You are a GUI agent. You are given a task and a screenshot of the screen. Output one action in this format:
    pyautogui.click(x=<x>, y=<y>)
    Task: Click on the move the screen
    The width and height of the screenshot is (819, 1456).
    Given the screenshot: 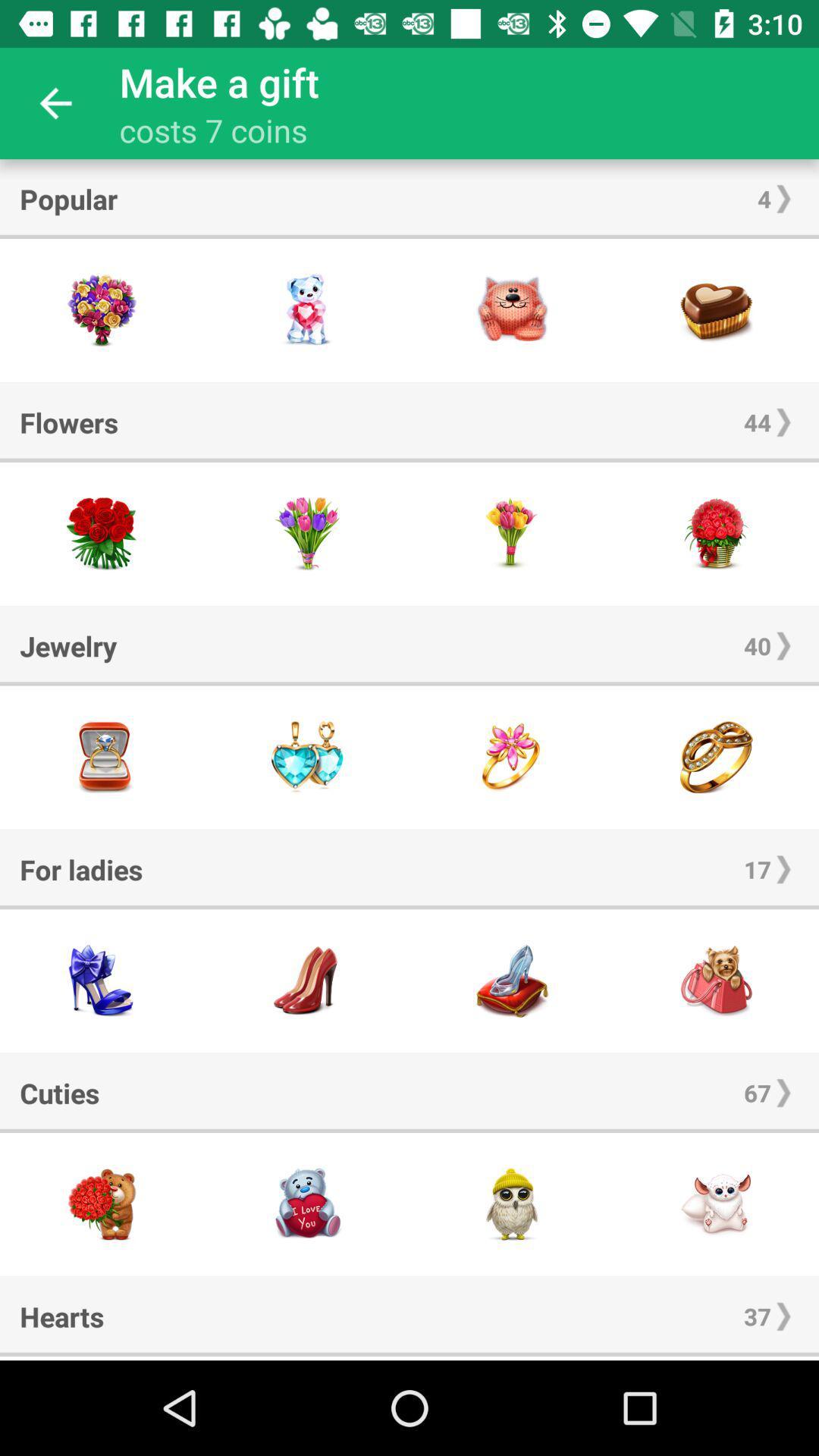 What is the action you would take?
    pyautogui.click(x=307, y=1358)
    